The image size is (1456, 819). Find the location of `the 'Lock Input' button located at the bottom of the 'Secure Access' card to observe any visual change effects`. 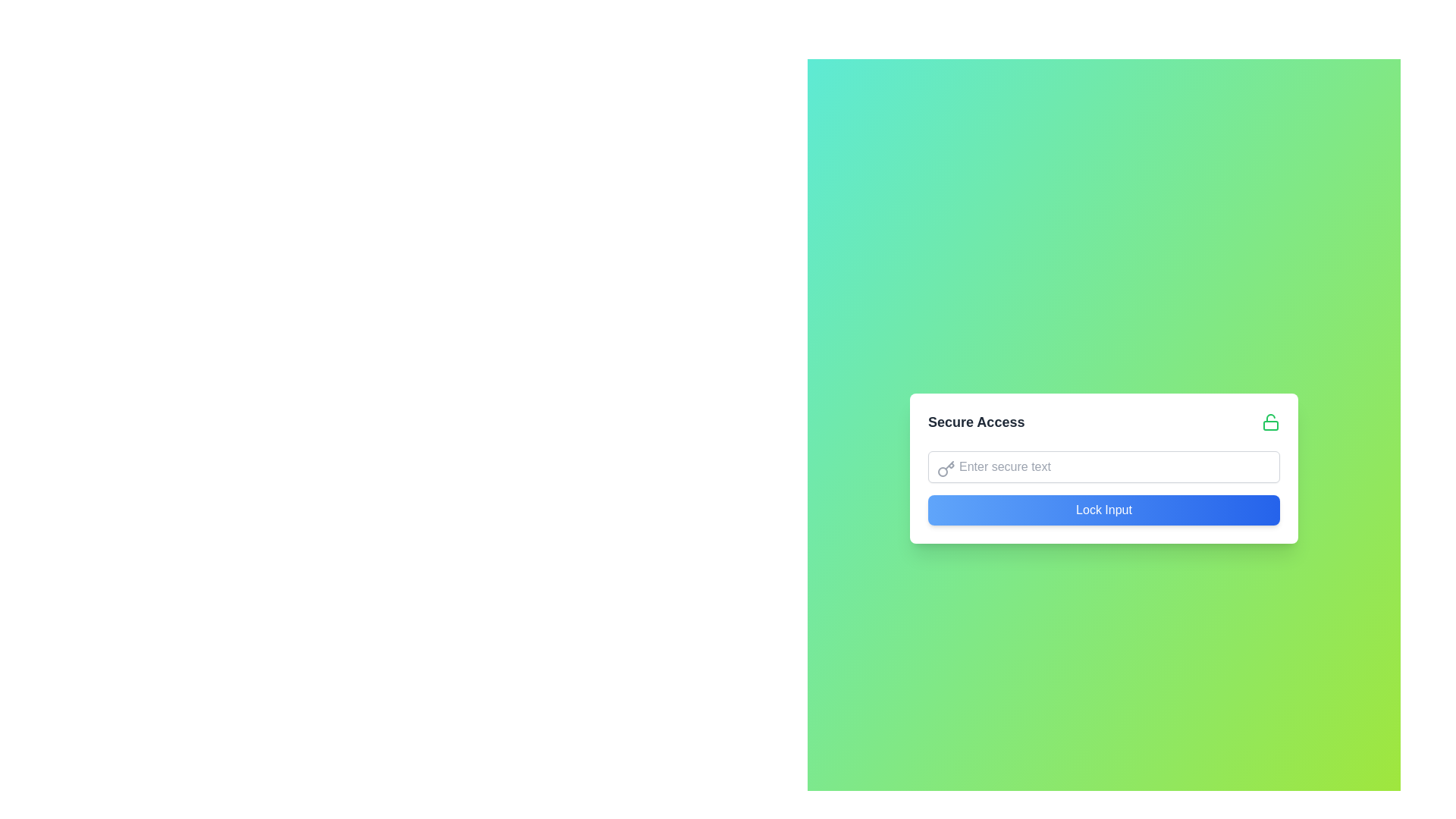

the 'Lock Input' button located at the bottom of the 'Secure Access' card to observe any visual change effects is located at coordinates (1103, 510).